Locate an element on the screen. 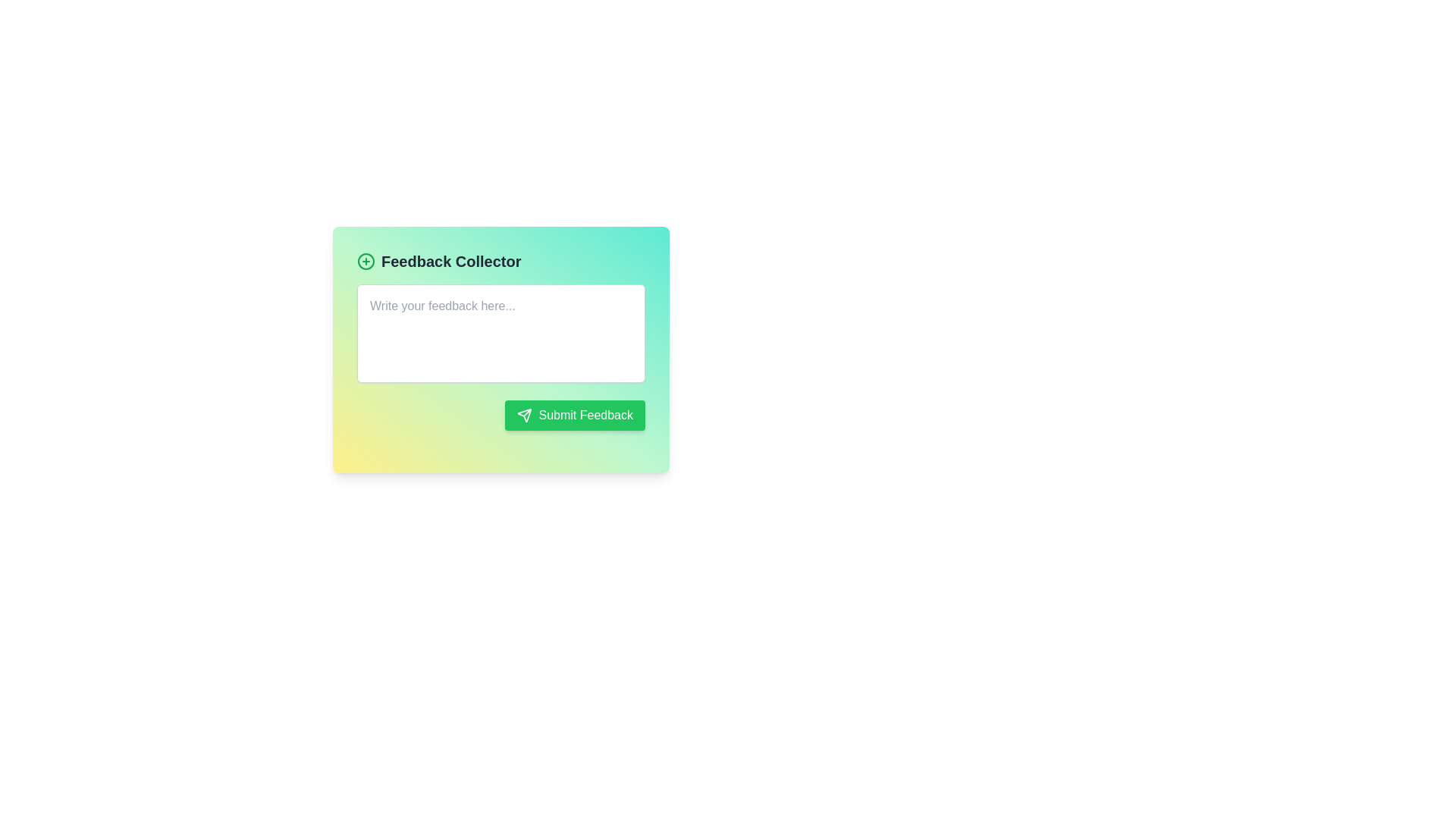  the distinctive 'Submit Feedback' button located towards the bottom-right of the interface is located at coordinates (574, 415).